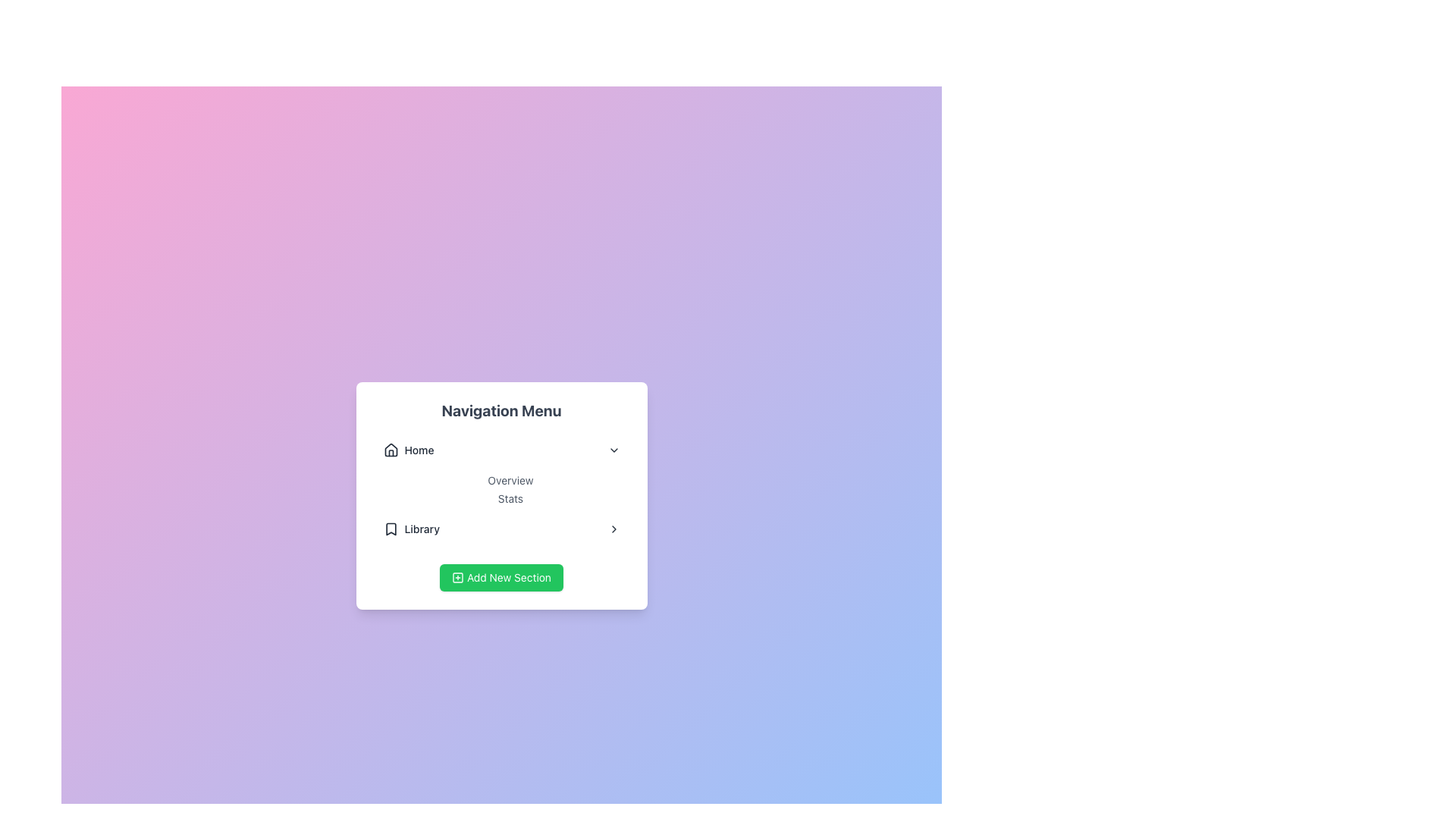  What do you see at coordinates (457, 578) in the screenshot?
I see `the green button icon with a plus sign inside it, which is located at the left edge of the 'Add New Section' button` at bounding box center [457, 578].